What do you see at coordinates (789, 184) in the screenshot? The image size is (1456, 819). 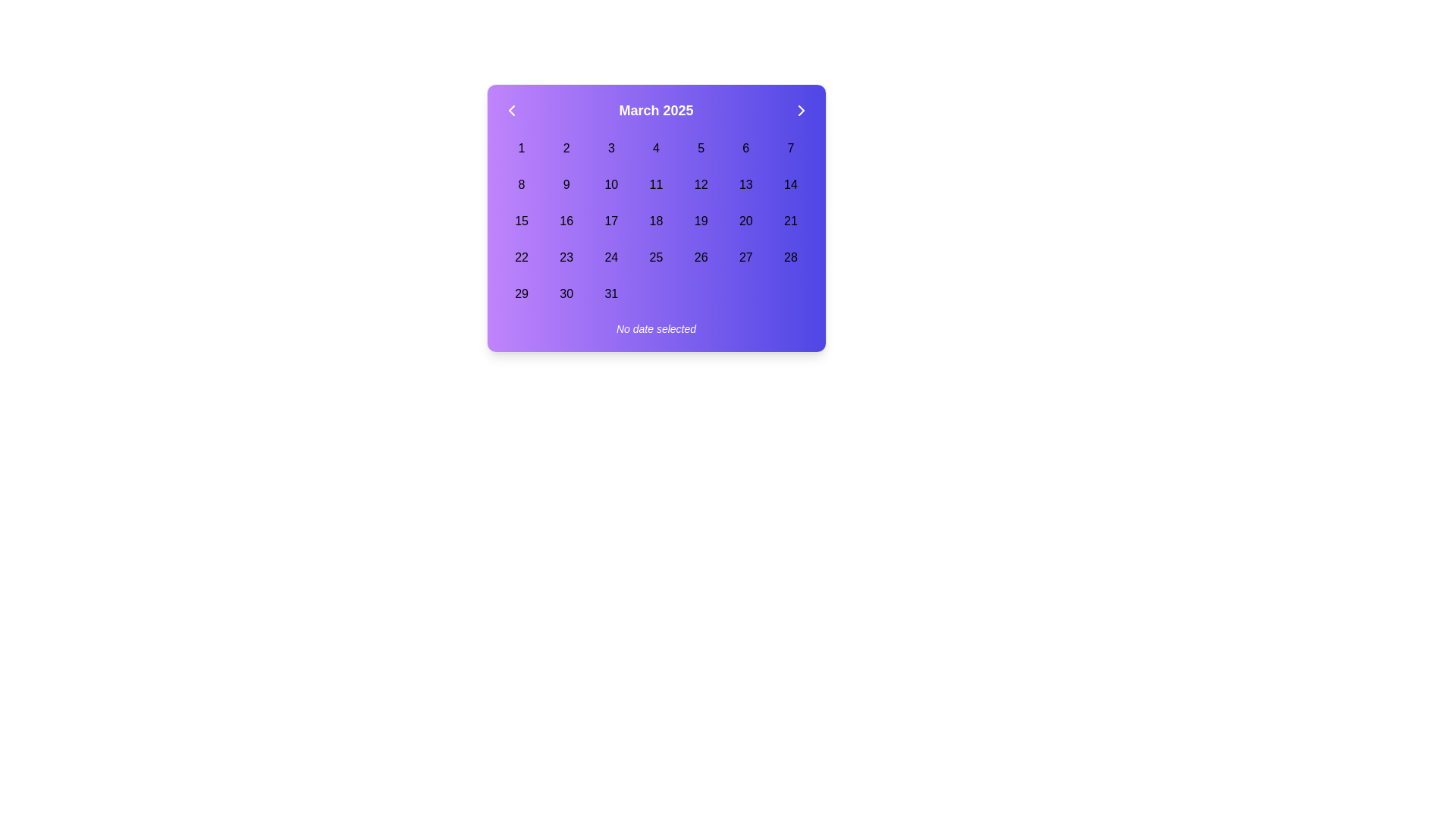 I see `the rounded Calendar date button labeled '14'` at bounding box center [789, 184].